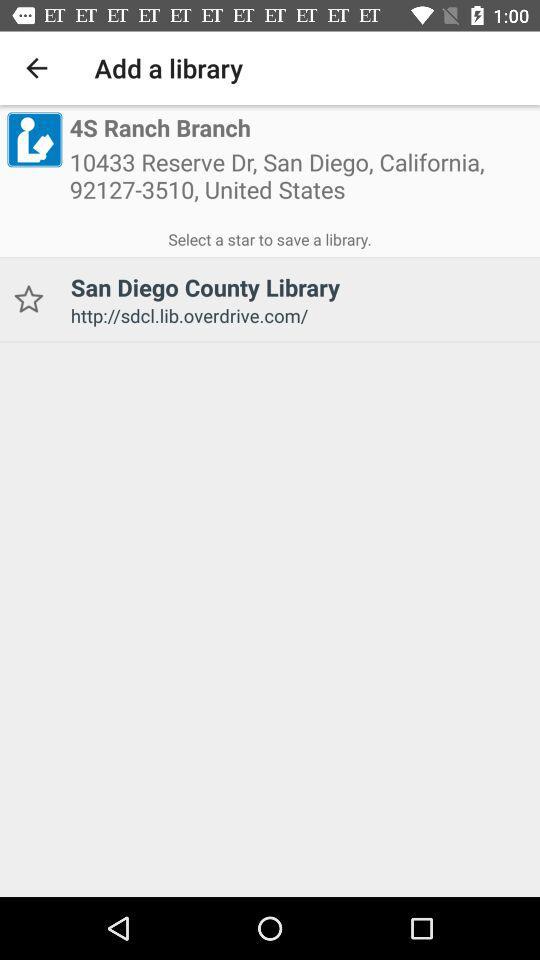  I want to click on library, so click(27, 298).